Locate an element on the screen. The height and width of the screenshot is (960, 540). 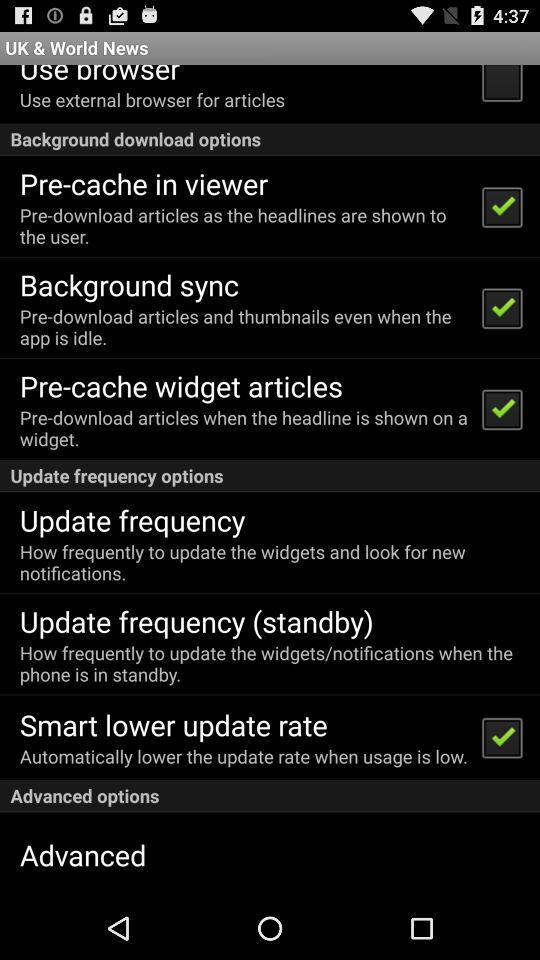
the item above pre download articles is located at coordinates (129, 283).